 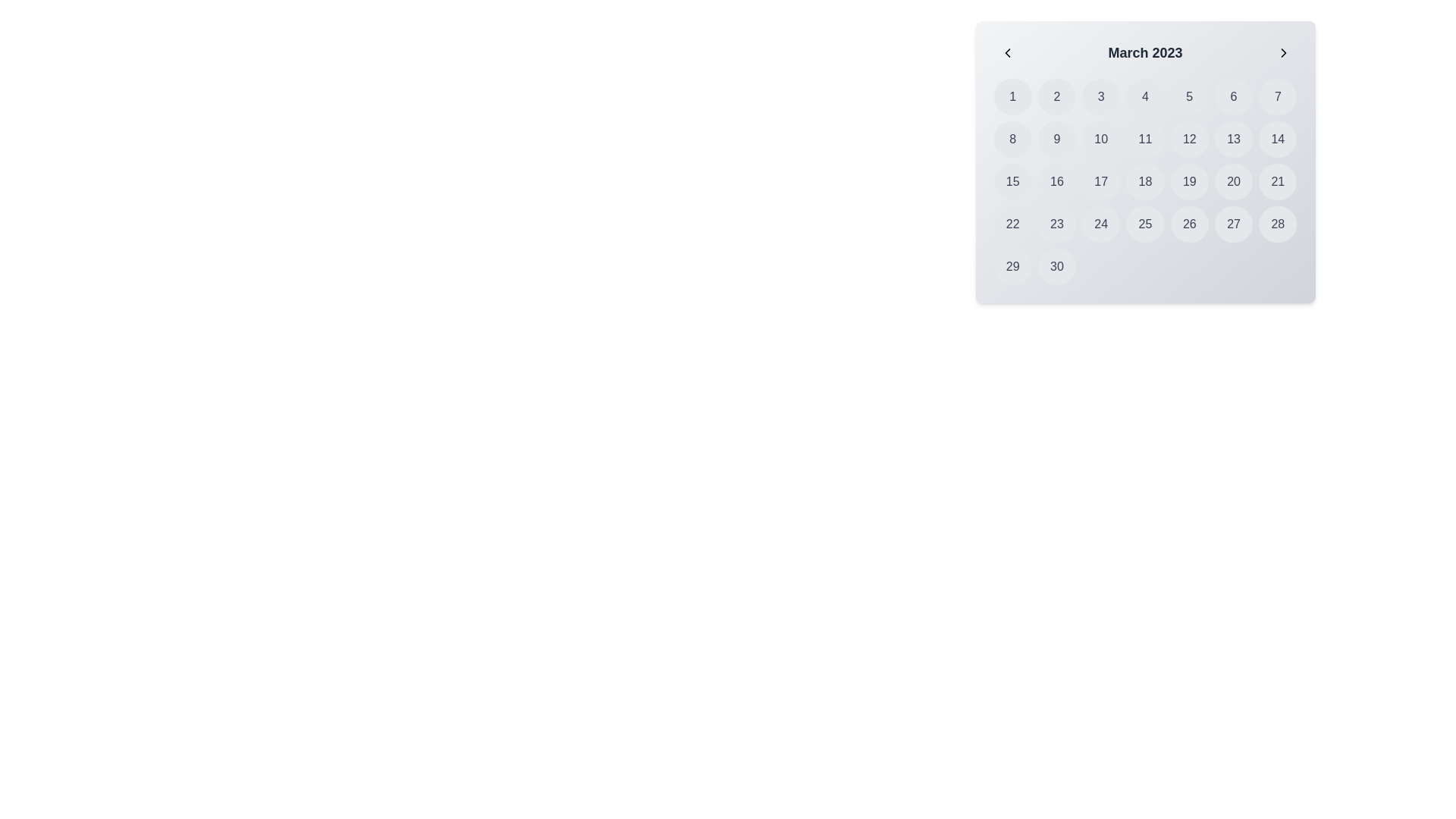 I want to click on the circular button labeled '18' with a light gray background, so click(x=1145, y=180).